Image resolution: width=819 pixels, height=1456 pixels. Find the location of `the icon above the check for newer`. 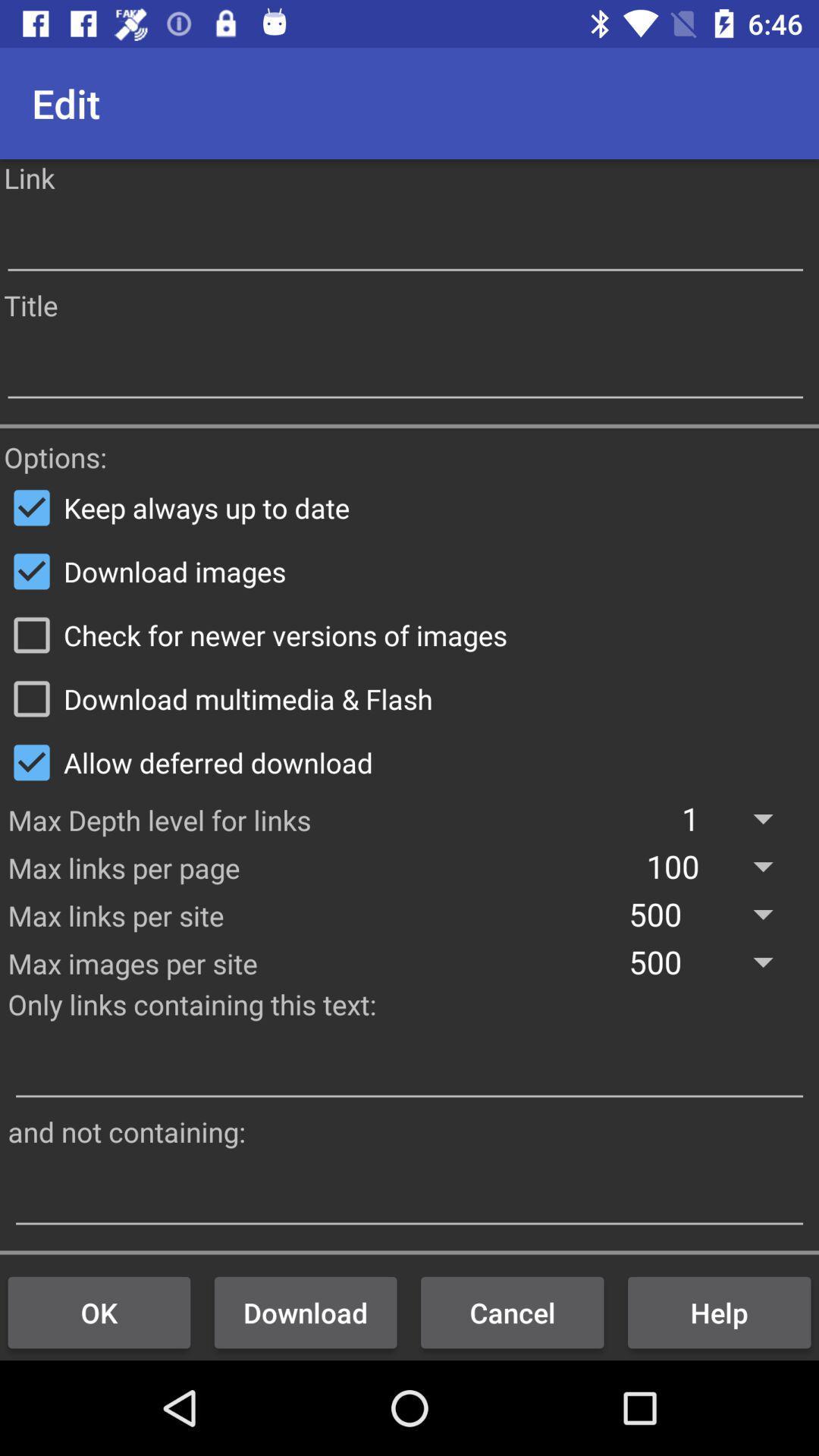

the icon above the check for newer is located at coordinates (409, 570).